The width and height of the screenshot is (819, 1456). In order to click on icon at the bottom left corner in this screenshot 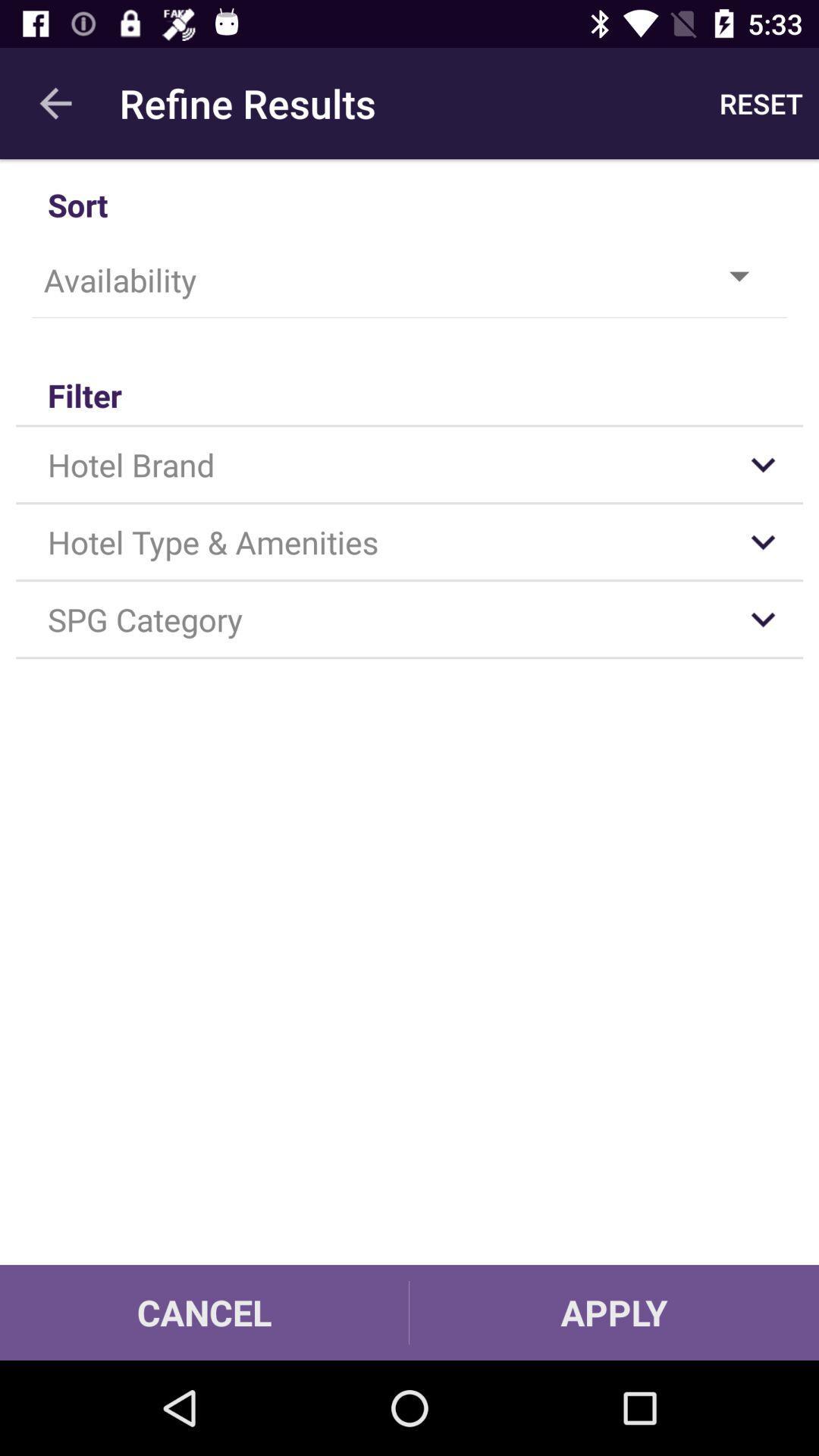, I will do `click(203, 1312)`.